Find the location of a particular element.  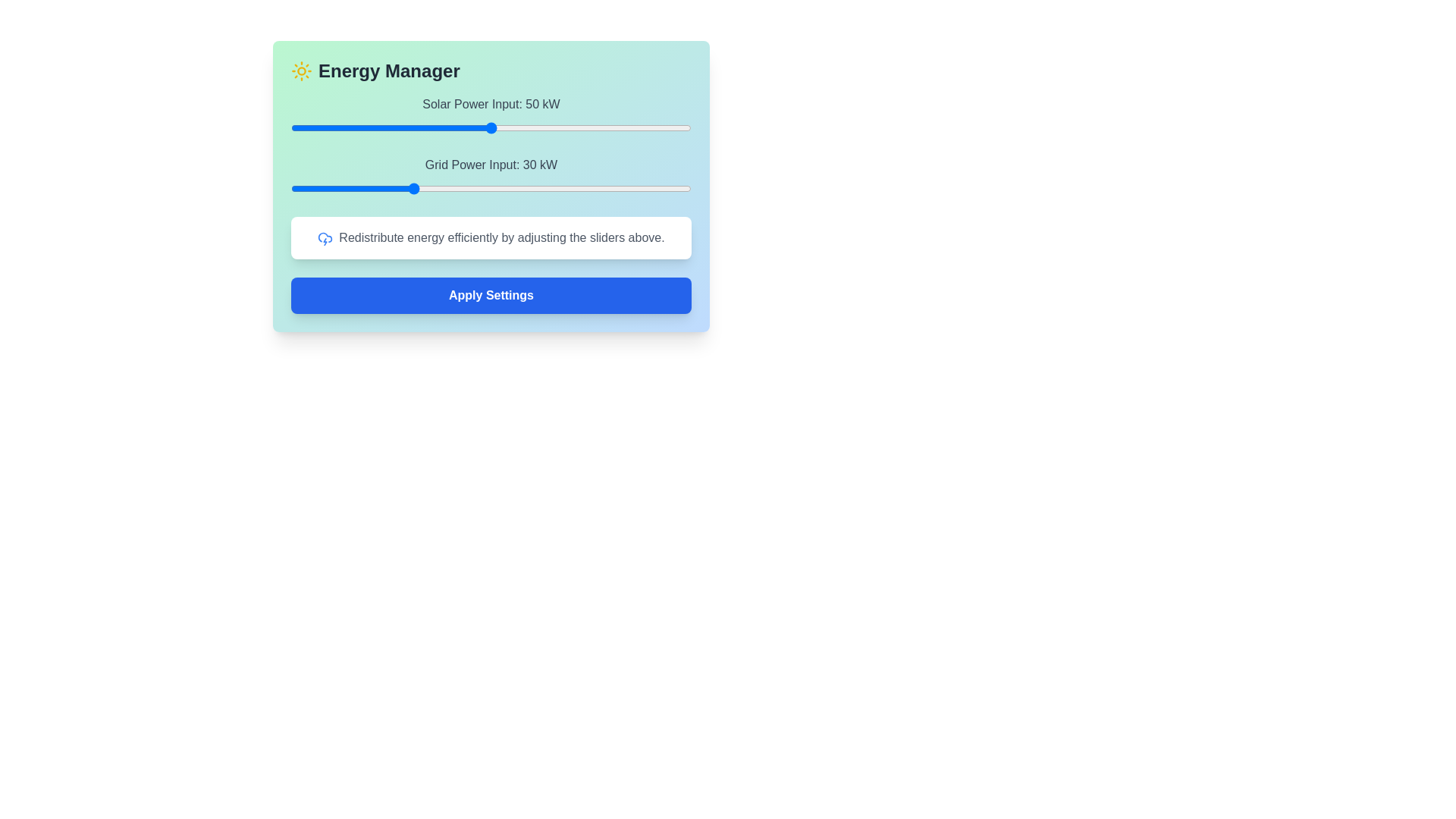

the Solar Power Input slider to 0 kW is located at coordinates (291, 127).